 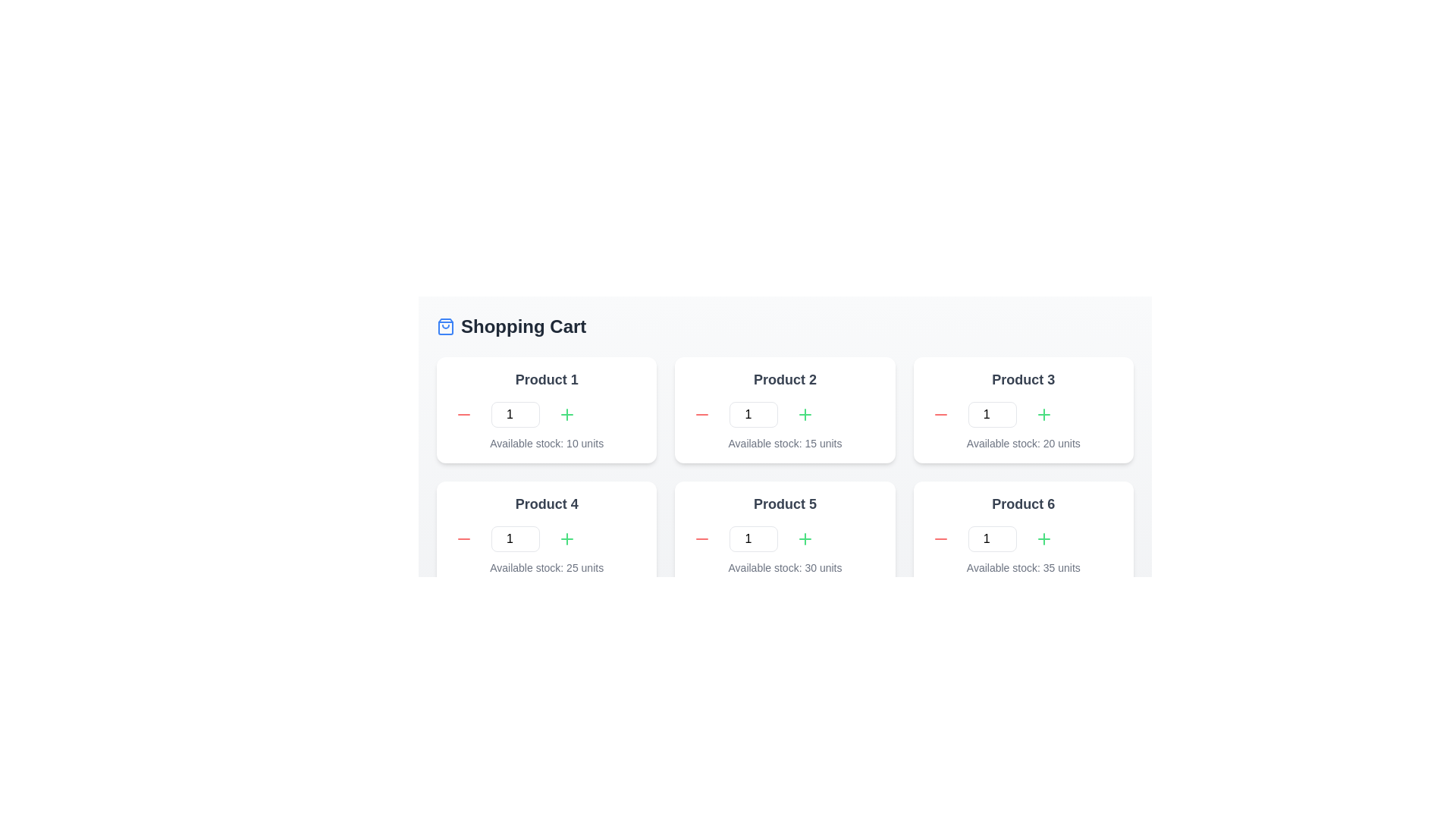 What do you see at coordinates (546, 504) in the screenshot?
I see `text label that identifies 'Product 4' located at the top of the card in the second row and first column of the grid layout` at bounding box center [546, 504].